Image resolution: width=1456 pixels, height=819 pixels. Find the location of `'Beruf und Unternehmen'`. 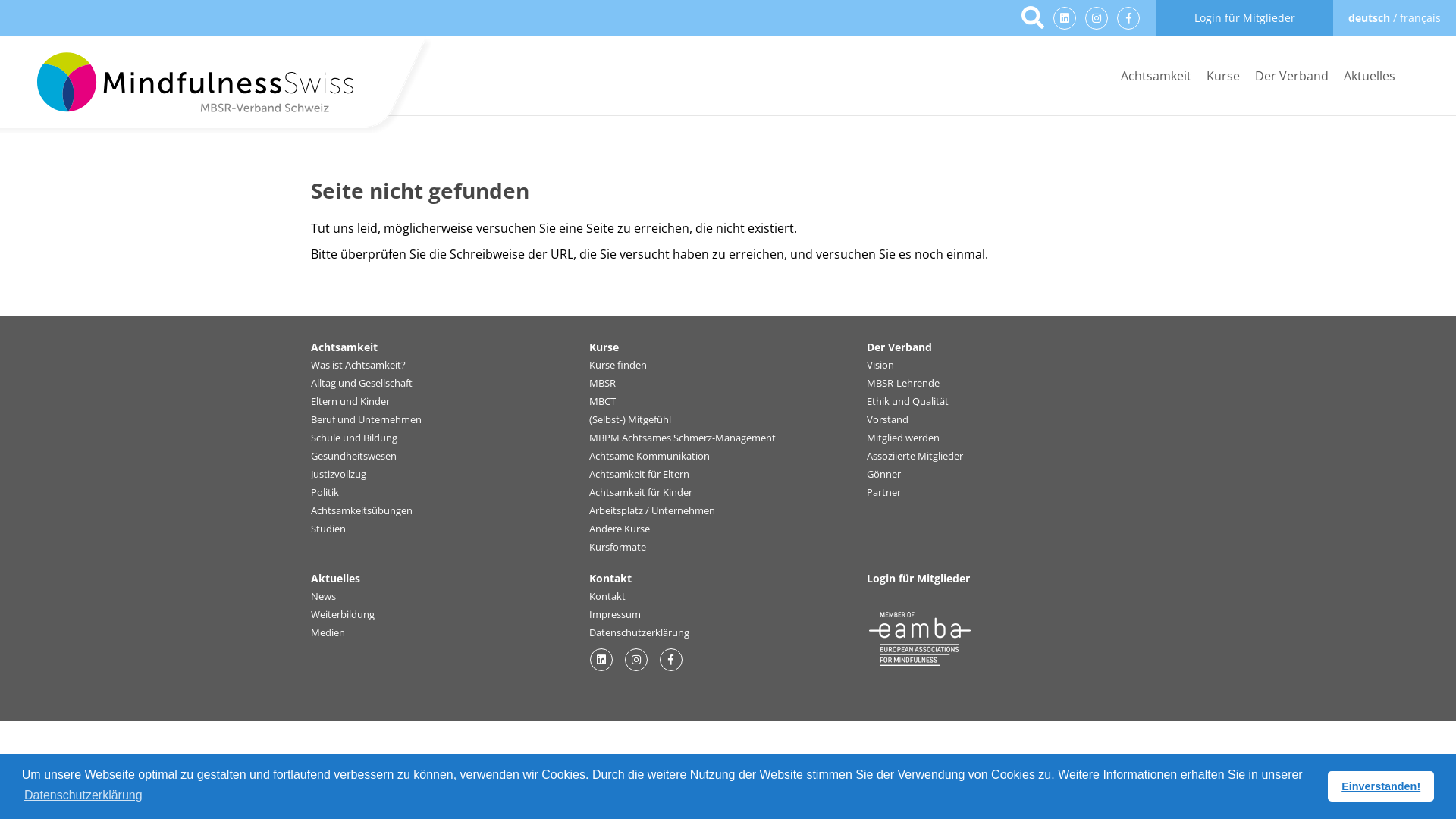

'Beruf und Unternehmen' is located at coordinates (309, 420).